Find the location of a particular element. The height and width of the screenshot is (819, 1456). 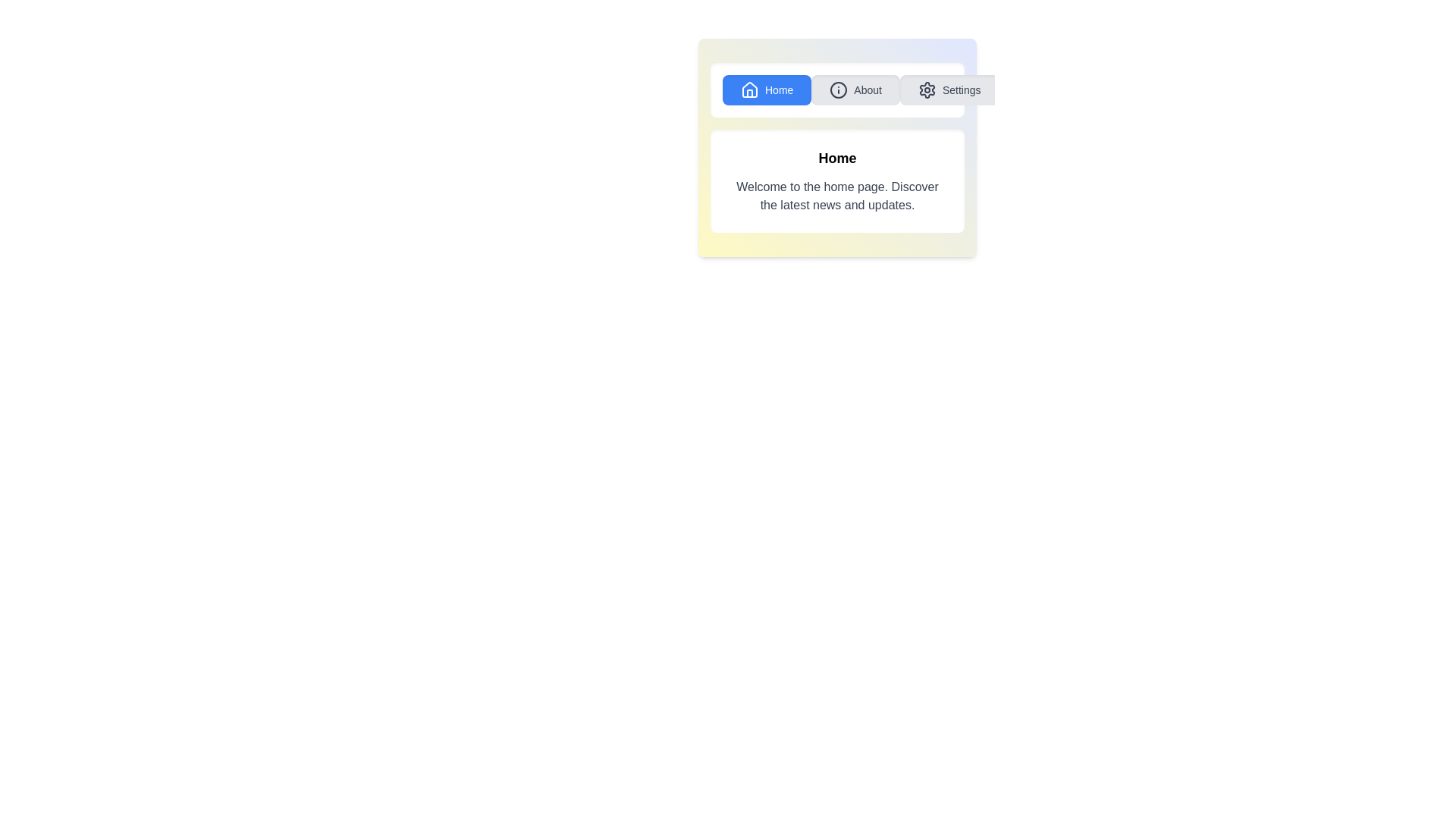

the Settings tab to display its content is located at coordinates (949, 90).